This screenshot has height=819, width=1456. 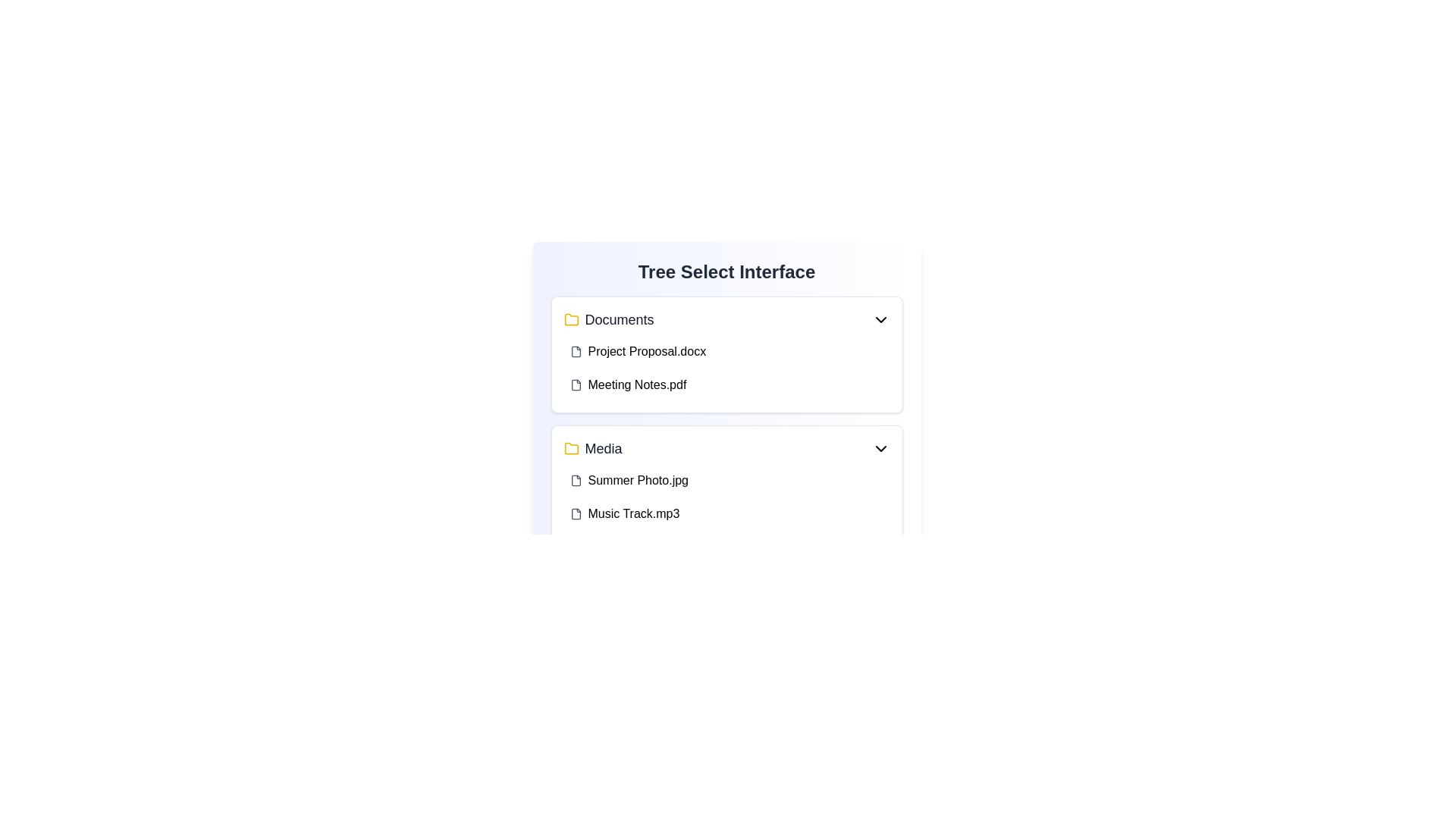 What do you see at coordinates (726, 384) in the screenshot?
I see `the selectable item representing 'Meeting Notes.pdf' in the file tree` at bounding box center [726, 384].